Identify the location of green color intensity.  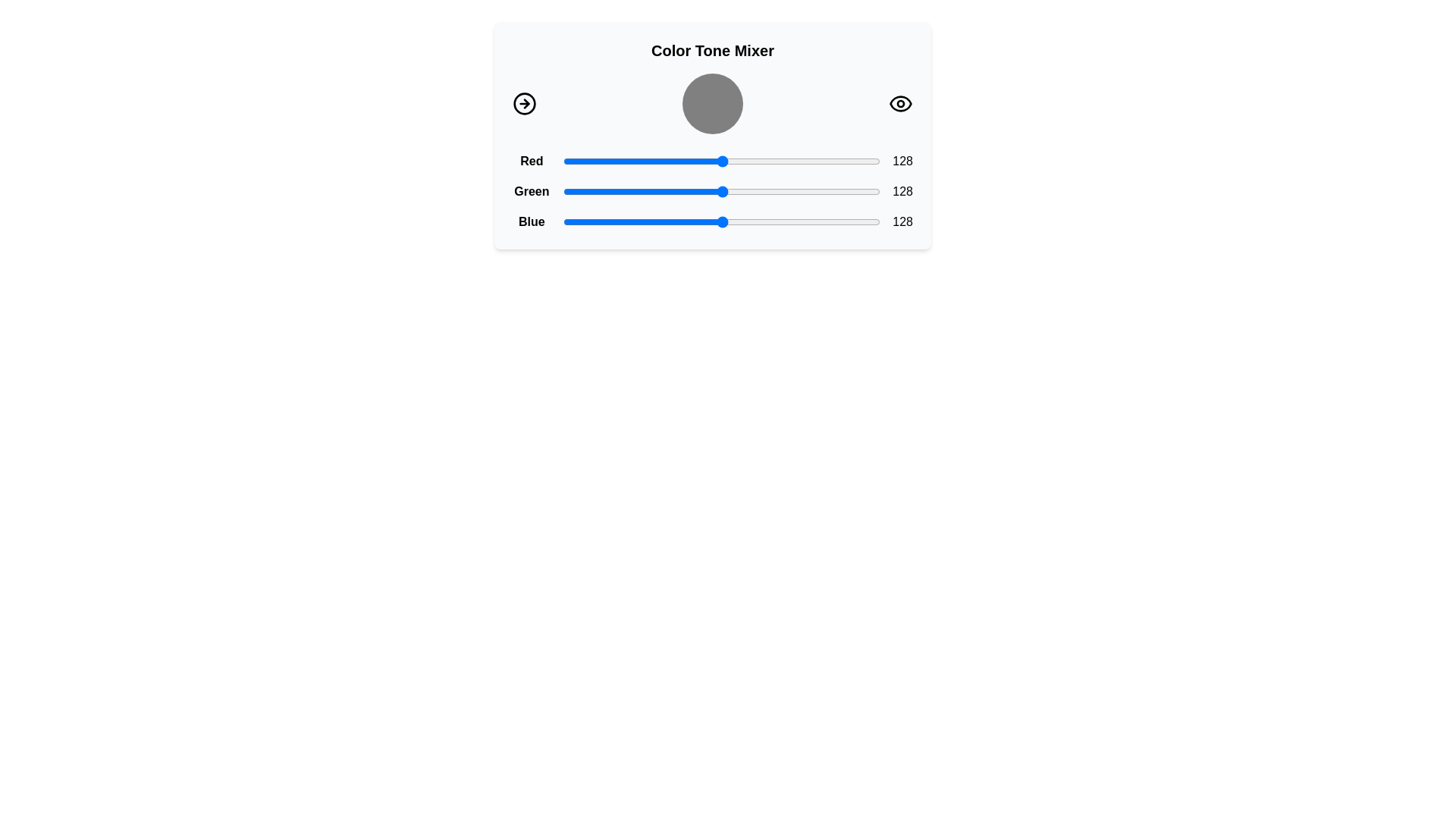
(686, 191).